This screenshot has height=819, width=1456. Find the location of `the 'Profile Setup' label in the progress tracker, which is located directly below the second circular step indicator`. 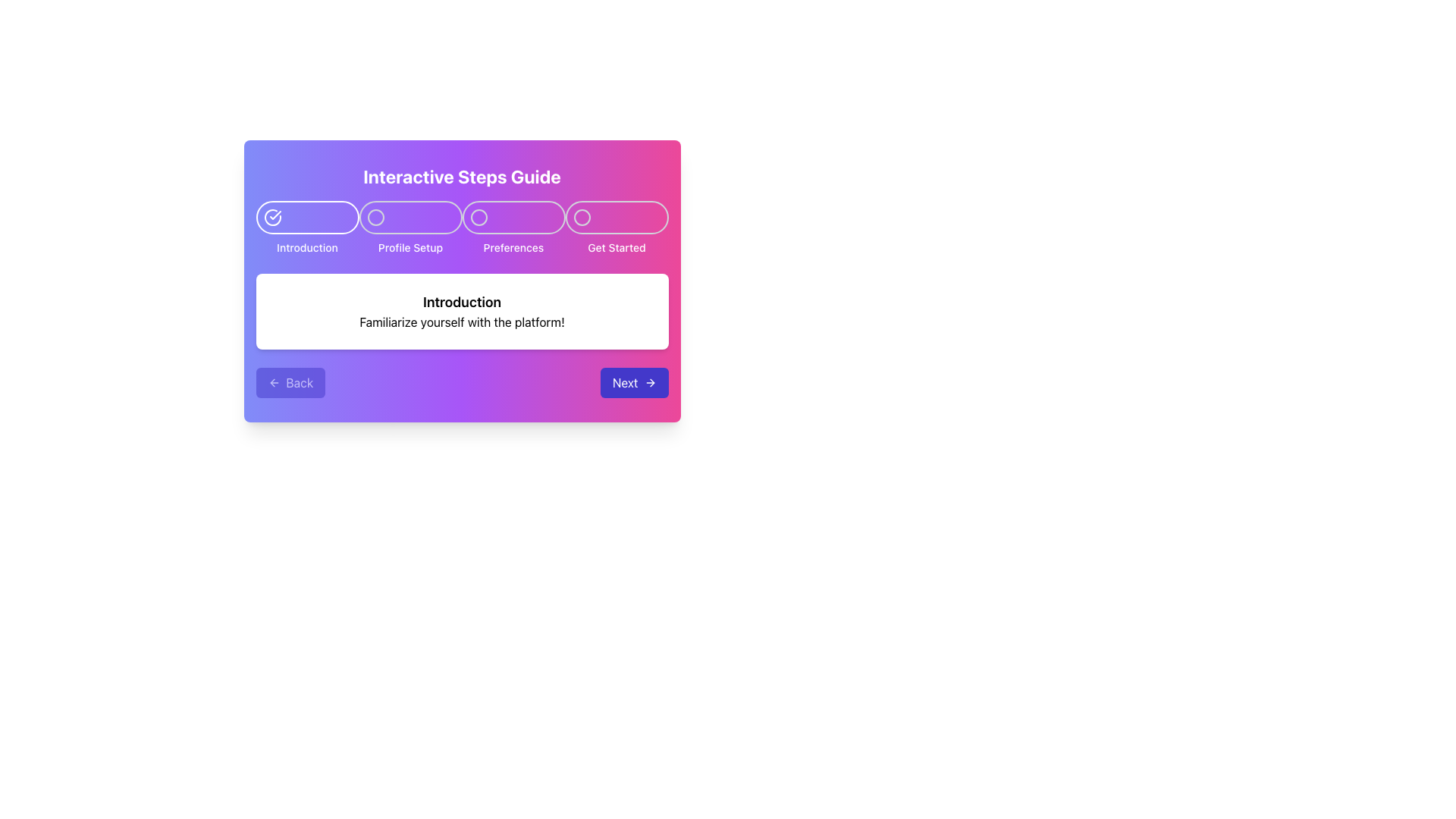

the 'Profile Setup' label in the progress tracker, which is located directly below the second circular step indicator is located at coordinates (410, 247).